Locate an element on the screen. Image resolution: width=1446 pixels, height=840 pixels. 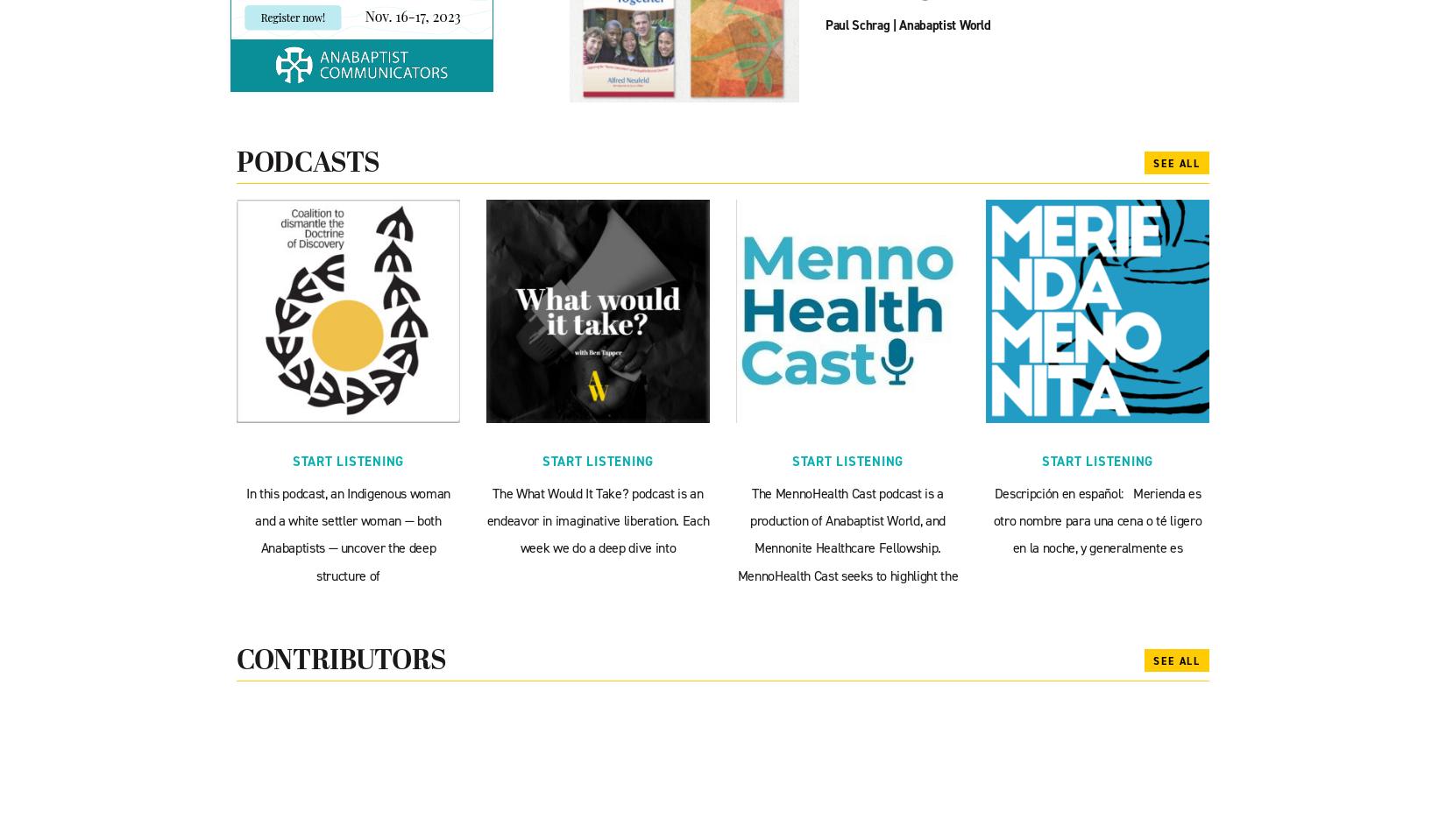
'In this podcast, an Indigenous woman and a white settler woman — both Anabaptists — uncover the deep structure of' is located at coordinates (347, 533).